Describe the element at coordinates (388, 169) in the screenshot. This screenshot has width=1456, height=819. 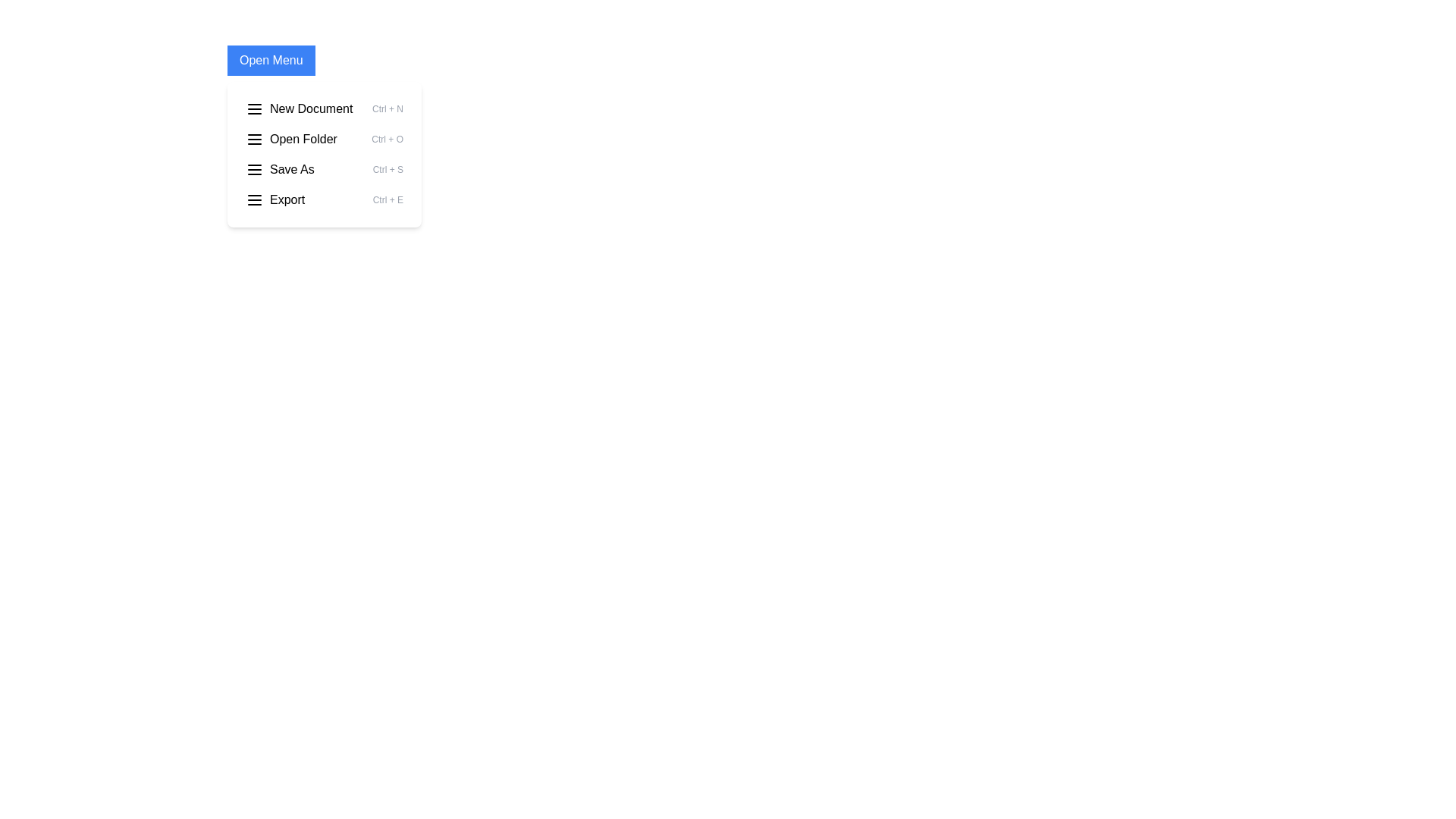
I see `the Keyboard Shortcut Indicator displaying 'Ctrl + S', which is located in the rightmost part of the 'Save As' menu item` at that location.